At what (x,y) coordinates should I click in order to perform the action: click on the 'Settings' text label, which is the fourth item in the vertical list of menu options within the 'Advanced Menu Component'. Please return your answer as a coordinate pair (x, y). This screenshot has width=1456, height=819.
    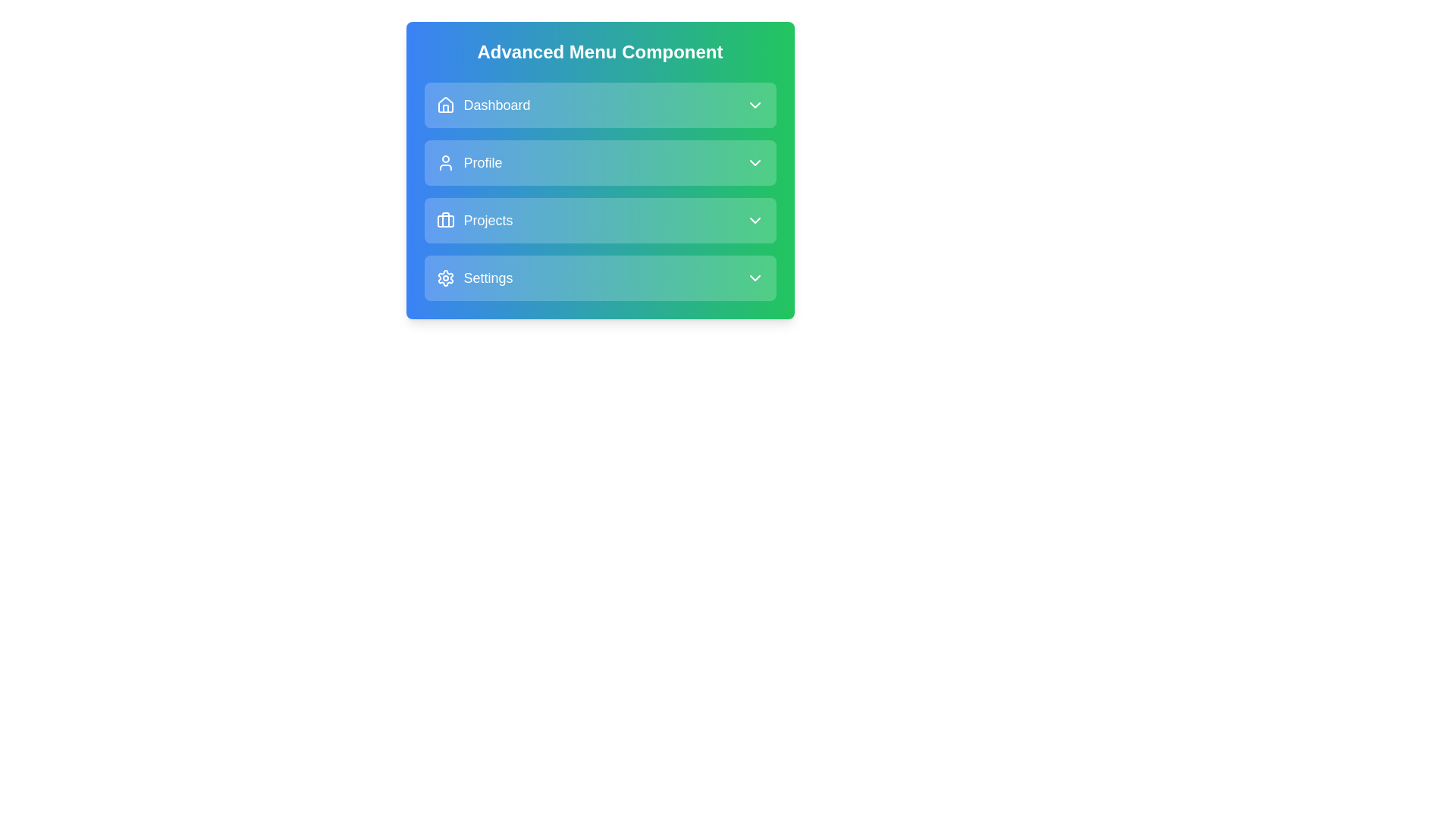
    Looking at the image, I should click on (488, 278).